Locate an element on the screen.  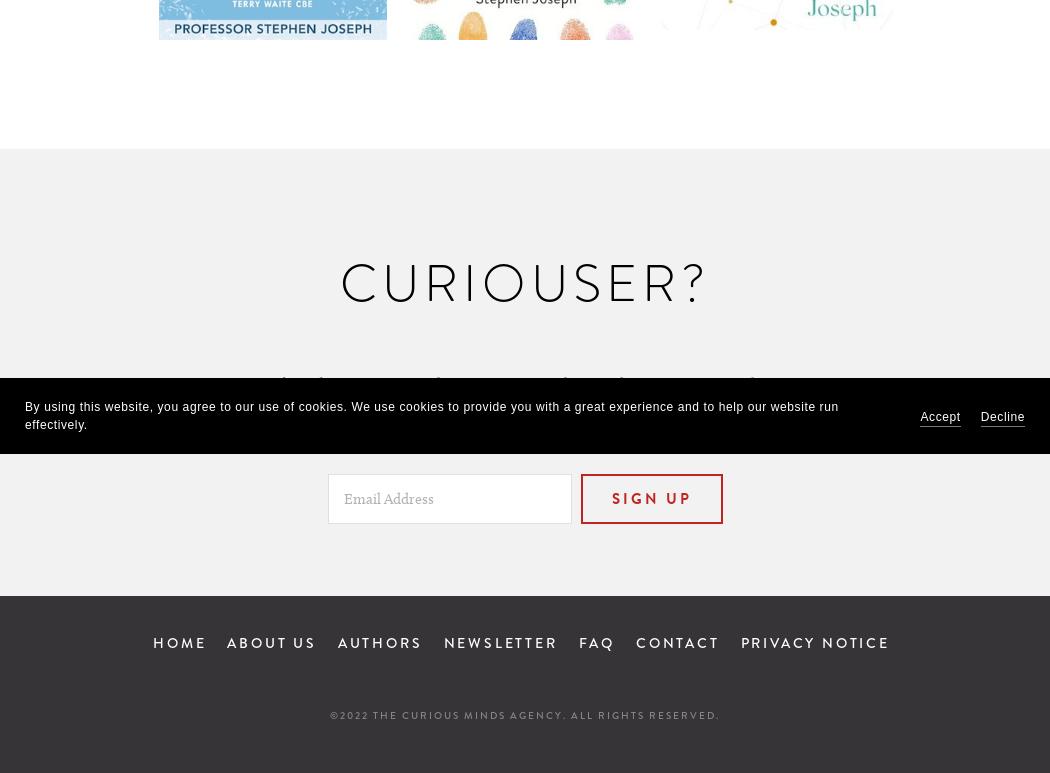
'Decline' is located at coordinates (1002, 415).